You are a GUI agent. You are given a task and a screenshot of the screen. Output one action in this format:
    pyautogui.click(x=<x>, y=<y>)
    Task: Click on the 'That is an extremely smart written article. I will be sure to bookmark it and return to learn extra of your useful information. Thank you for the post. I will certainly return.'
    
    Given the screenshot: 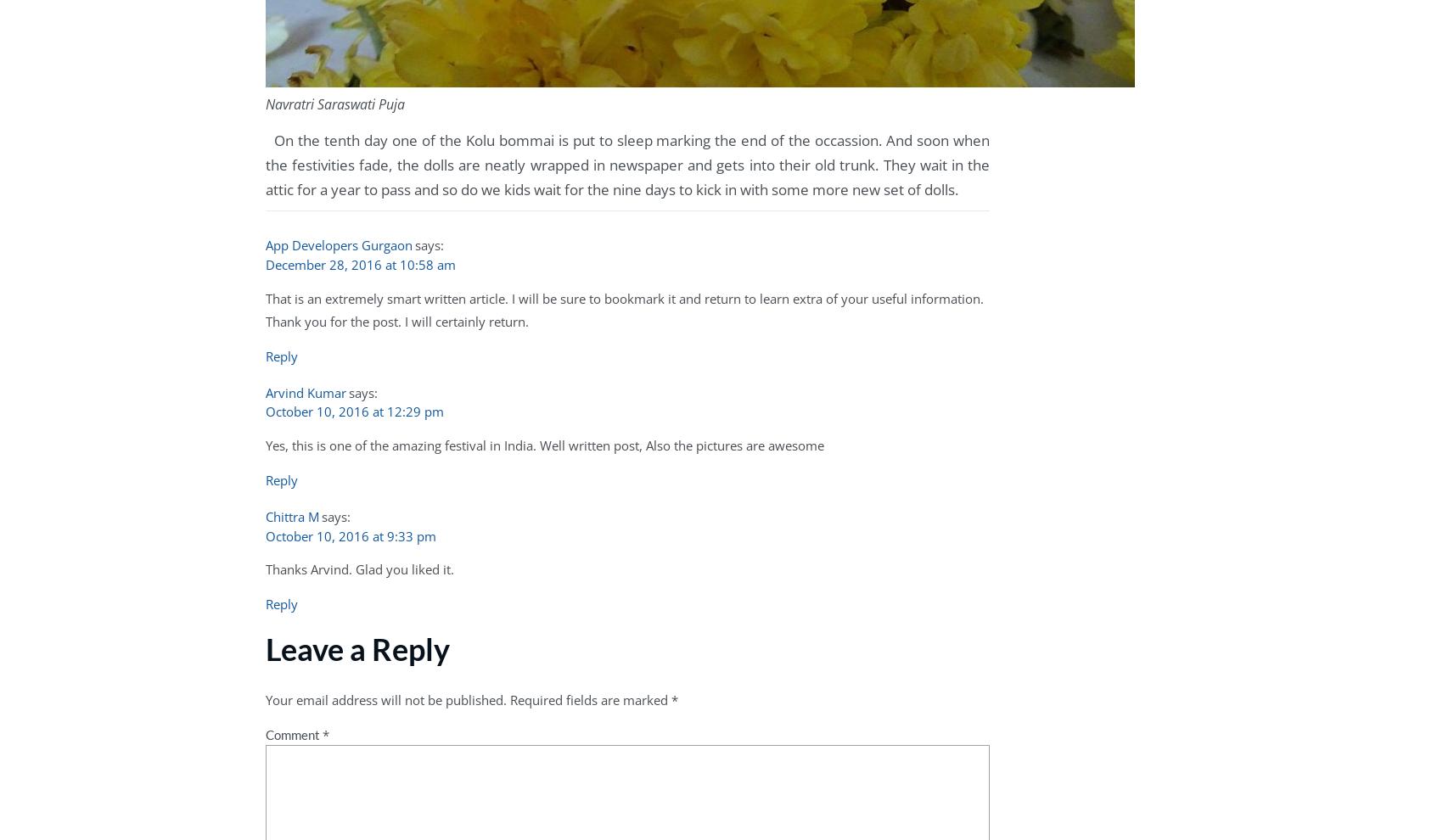 What is the action you would take?
    pyautogui.click(x=624, y=309)
    